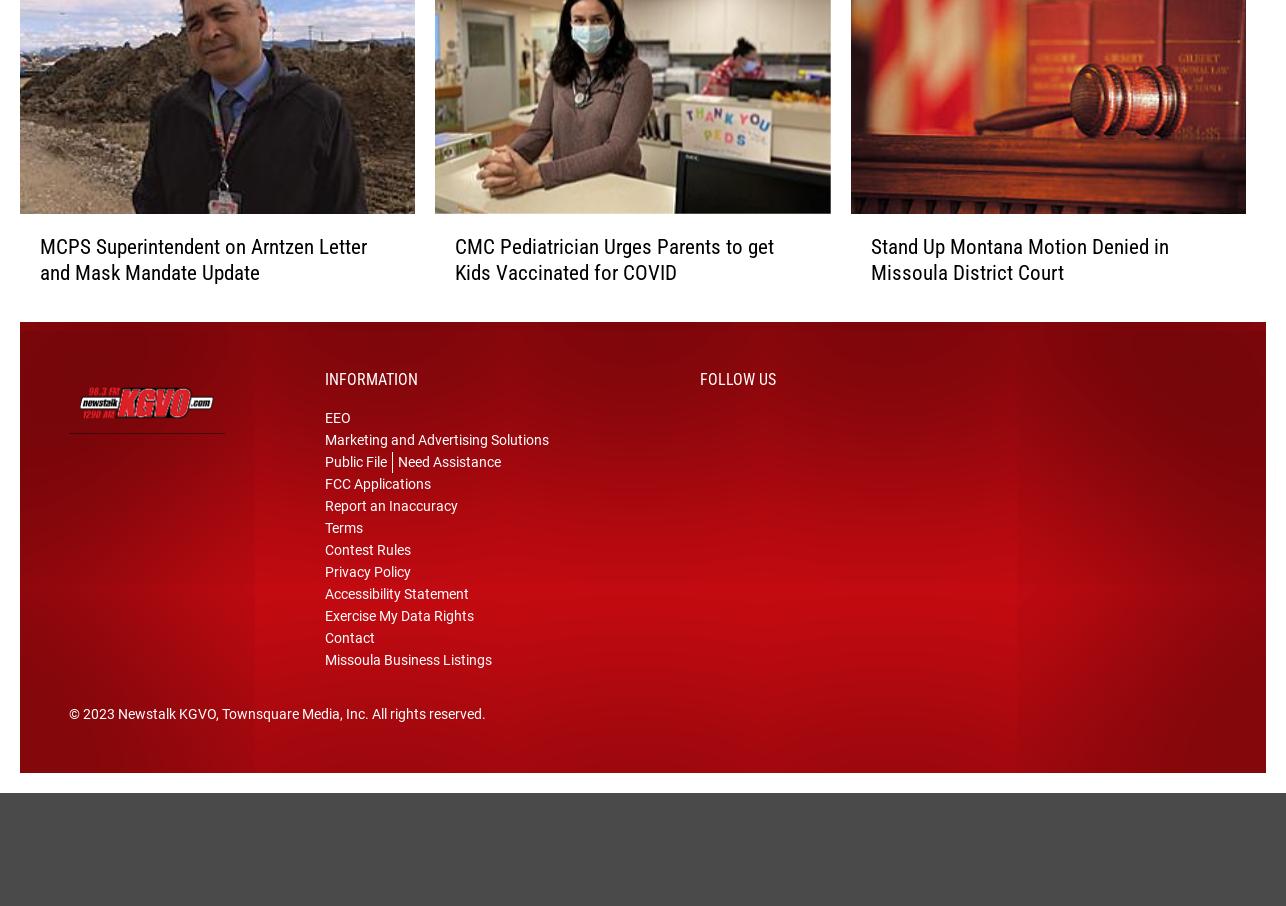 The height and width of the screenshot is (906, 1286). What do you see at coordinates (99, 739) in the screenshot?
I see `'2023'` at bounding box center [99, 739].